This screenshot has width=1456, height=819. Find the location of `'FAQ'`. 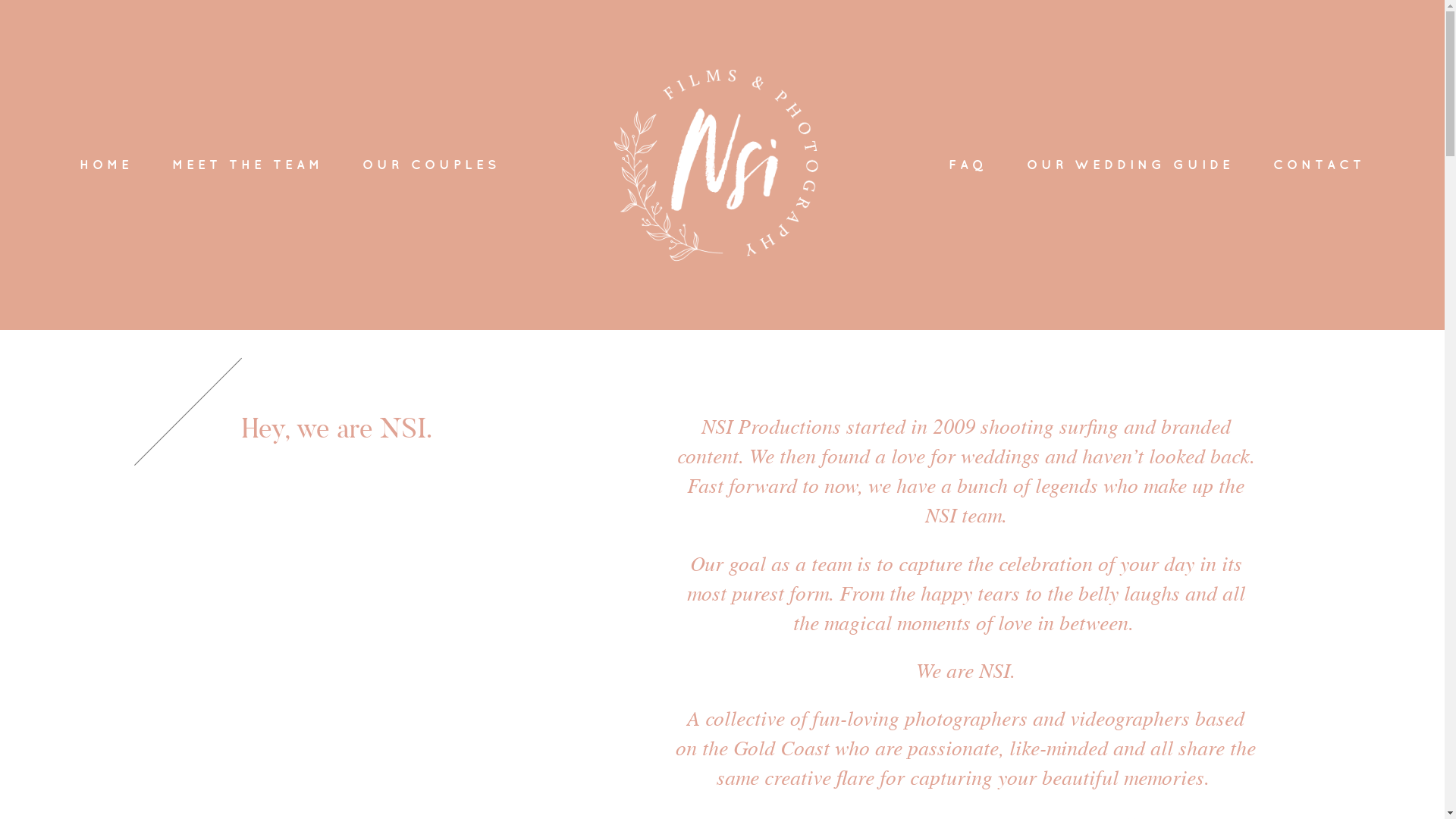

'FAQ' is located at coordinates (967, 165).